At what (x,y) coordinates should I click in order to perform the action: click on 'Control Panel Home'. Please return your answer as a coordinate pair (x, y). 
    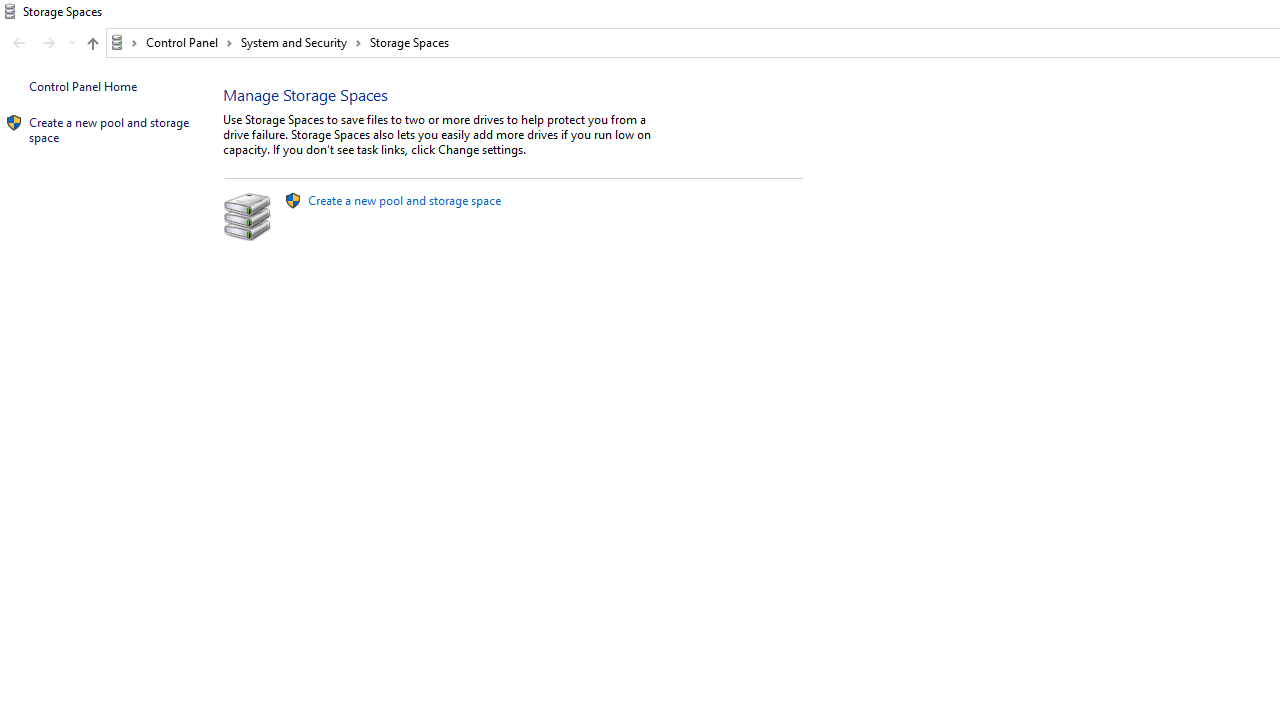
    Looking at the image, I should click on (82, 85).